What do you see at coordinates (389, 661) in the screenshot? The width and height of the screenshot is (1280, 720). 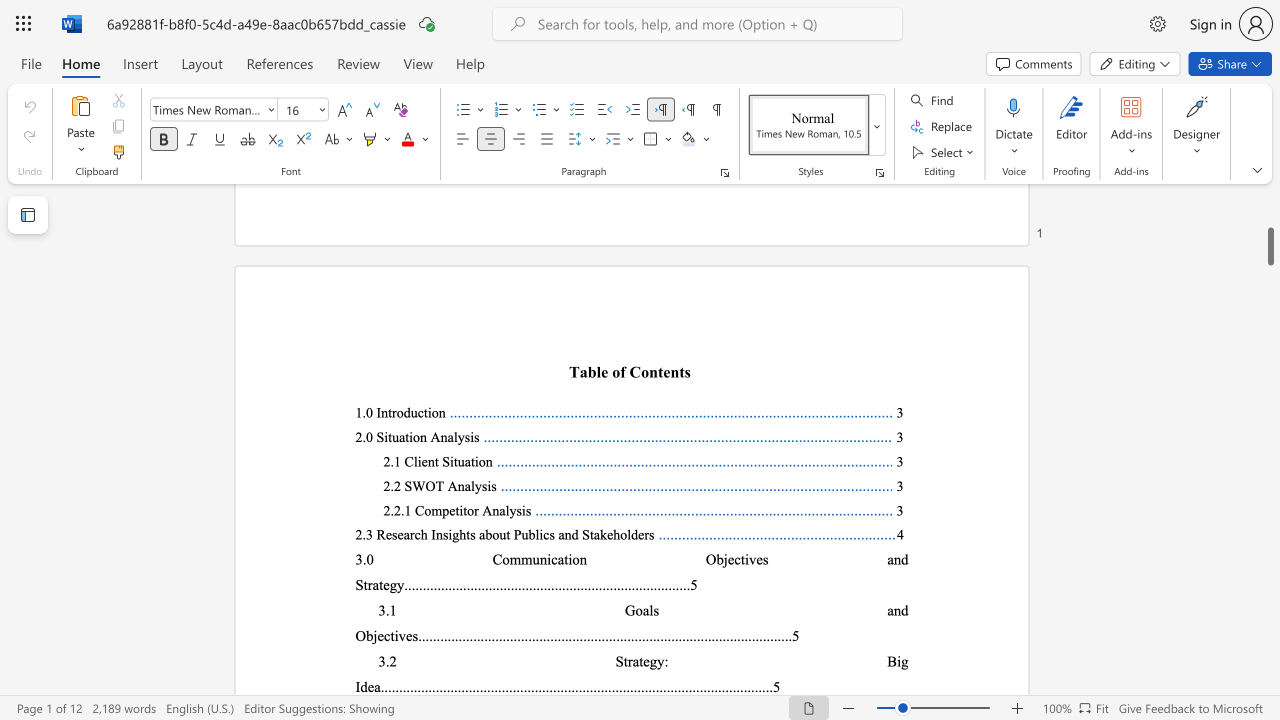 I see `the subset text "2 Strat" within the text "3.2 Strategy: Big Idea"` at bounding box center [389, 661].